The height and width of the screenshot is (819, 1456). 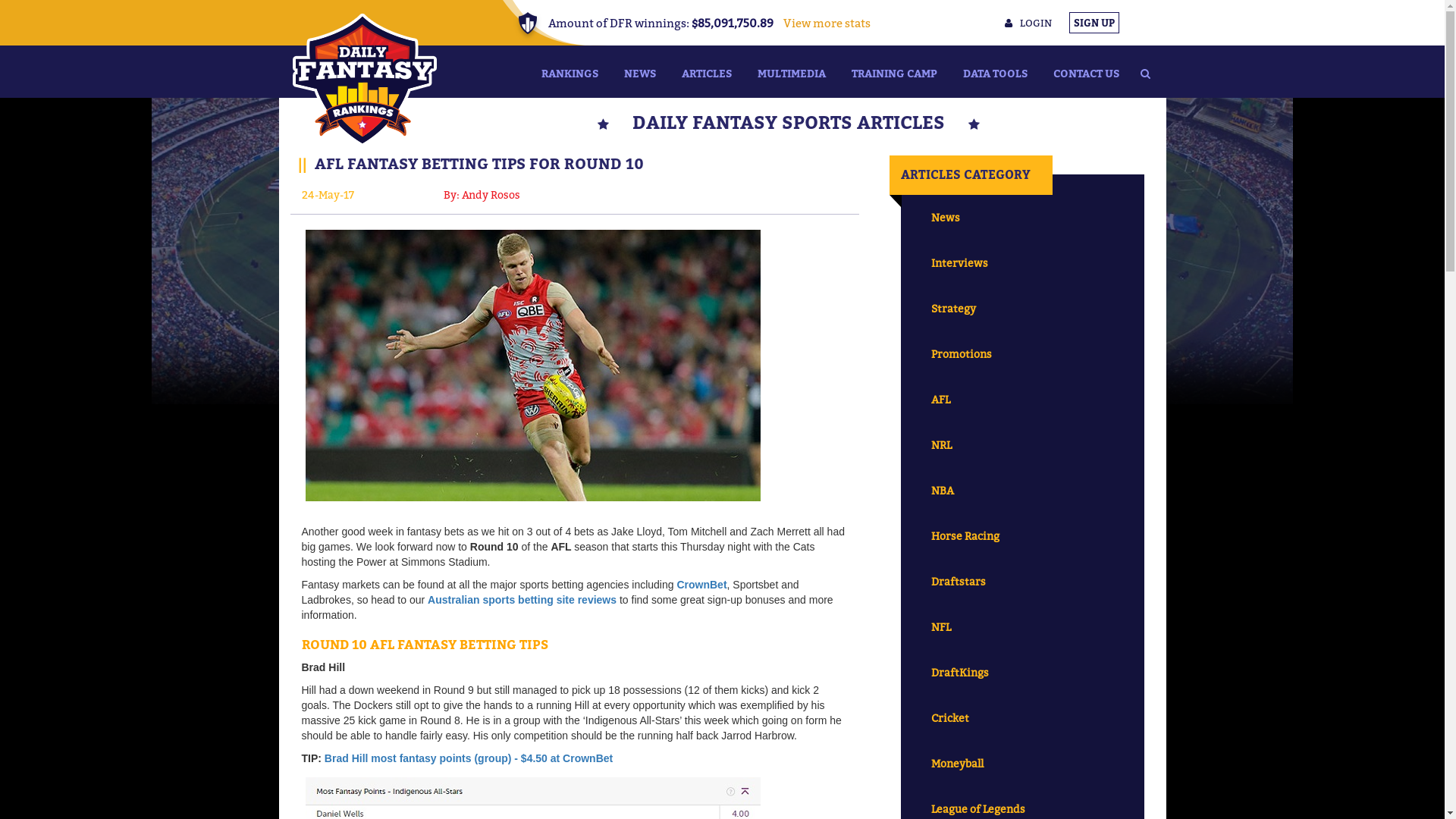 What do you see at coordinates (1085, 71) in the screenshot?
I see `'CONTACT US'` at bounding box center [1085, 71].